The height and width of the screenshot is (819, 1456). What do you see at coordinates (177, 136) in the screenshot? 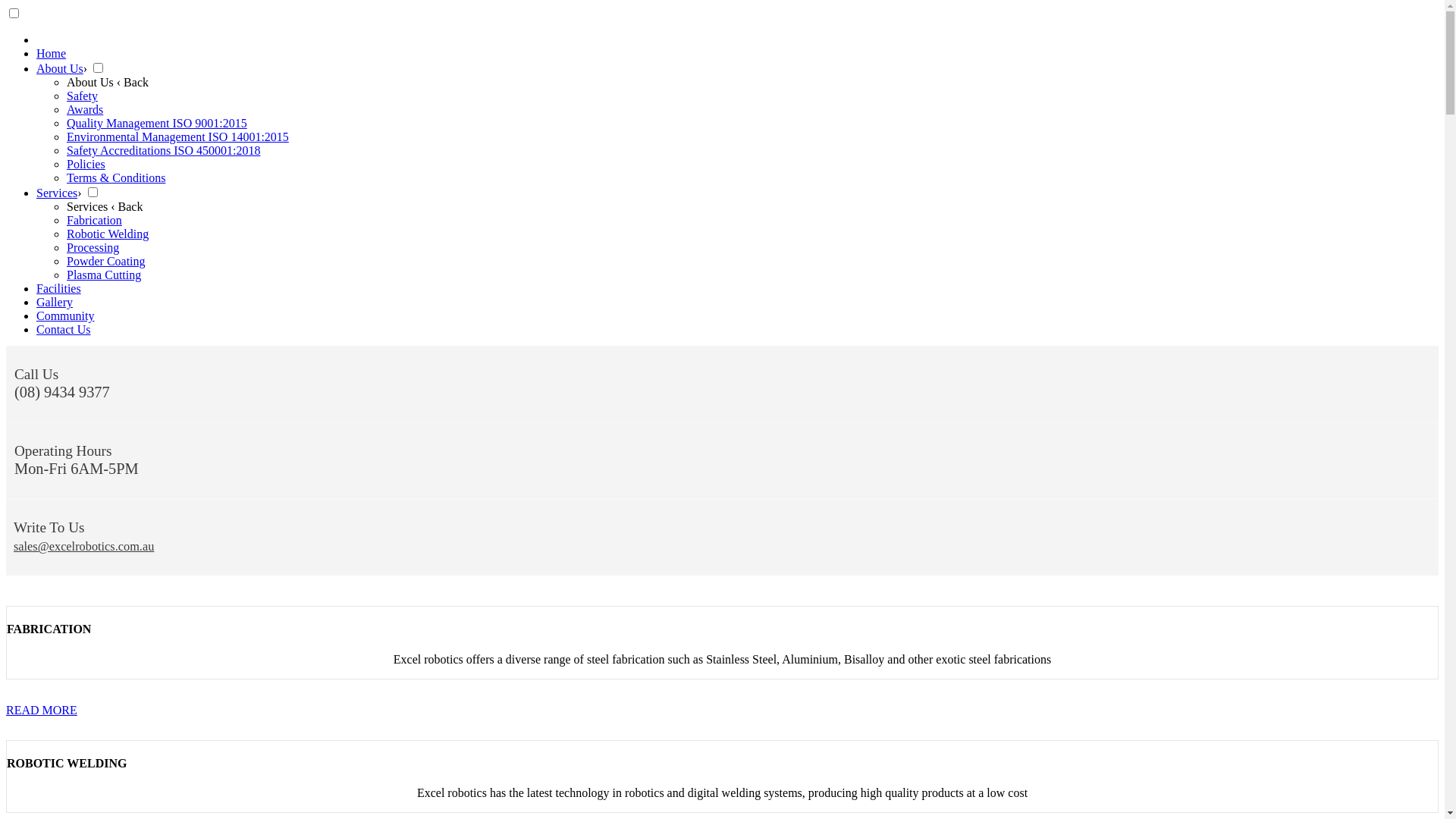
I see `'Environmental Management ISO 14001:2015'` at bounding box center [177, 136].